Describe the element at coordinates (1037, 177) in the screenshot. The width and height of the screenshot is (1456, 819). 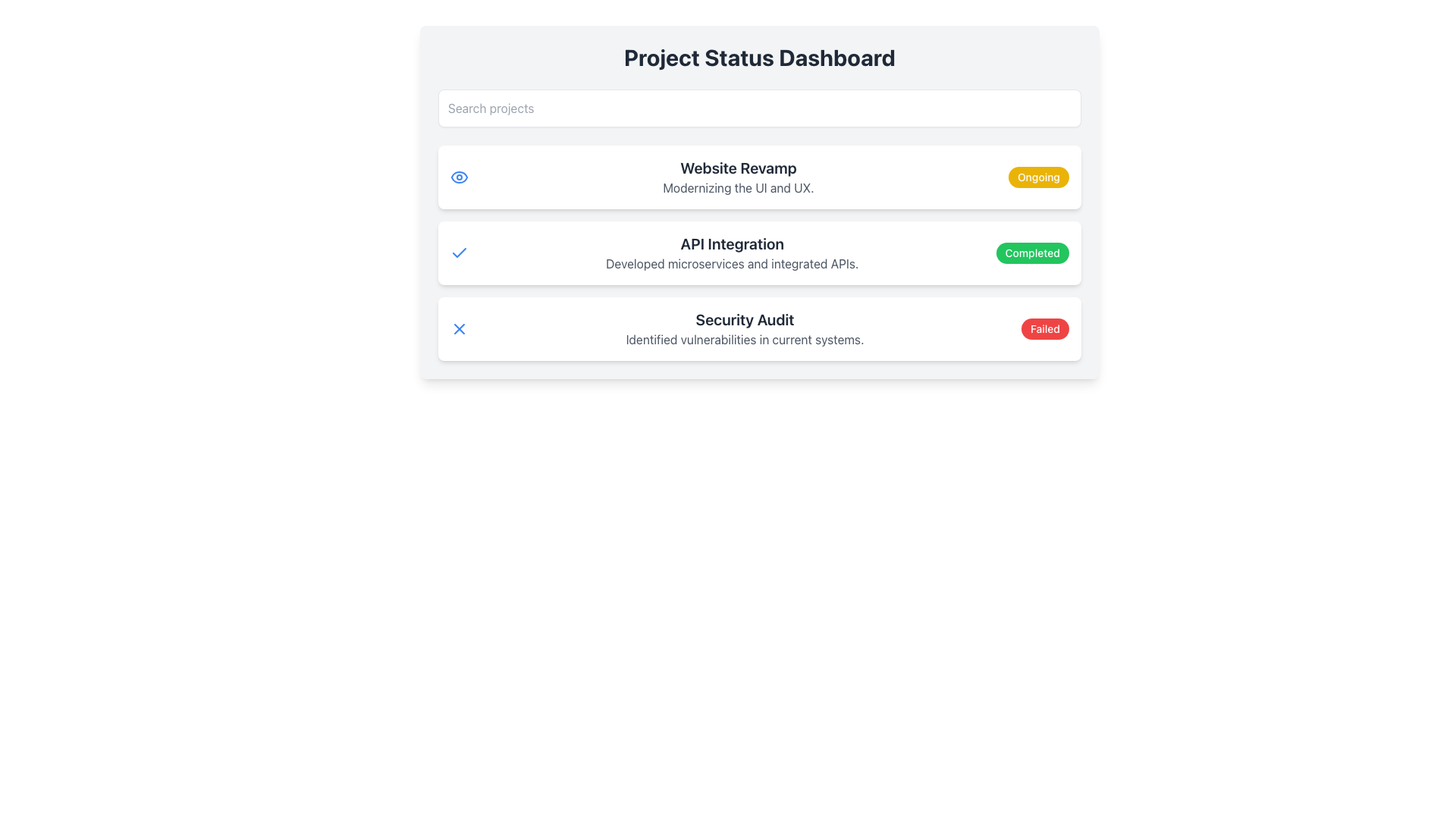
I see `the status label with a pill shape, yellow background, and white text displaying 'Ongoing' located at the far-right end of the 'Website Revamp' row in the 'Project Status Dashboard'` at that location.